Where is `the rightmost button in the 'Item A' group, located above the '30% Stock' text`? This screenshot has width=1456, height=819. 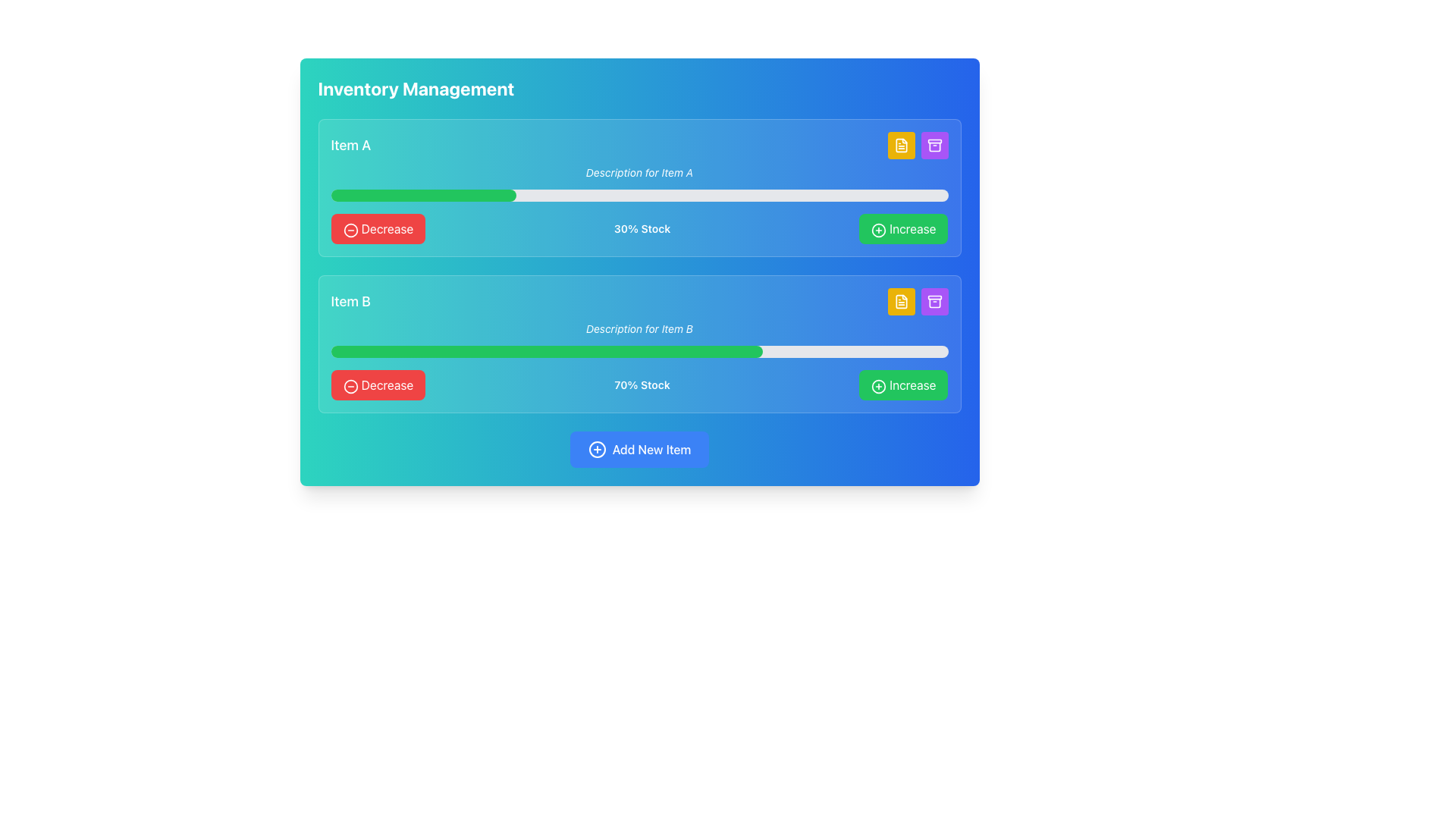
the rightmost button in the 'Item A' group, located above the '30% Stock' text is located at coordinates (903, 228).